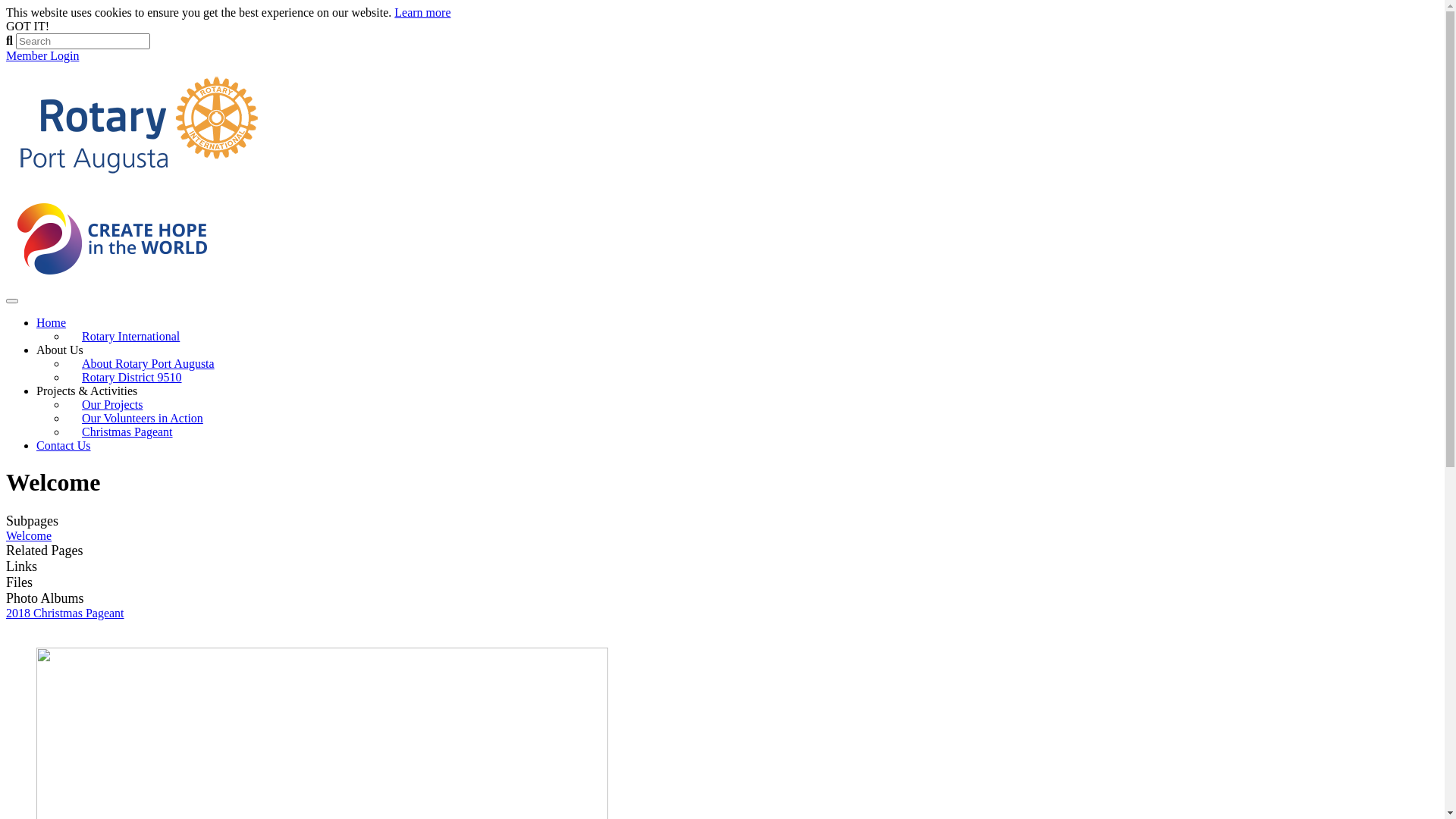  I want to click on 'About Rotary Port Augusta', so click(148, 363).